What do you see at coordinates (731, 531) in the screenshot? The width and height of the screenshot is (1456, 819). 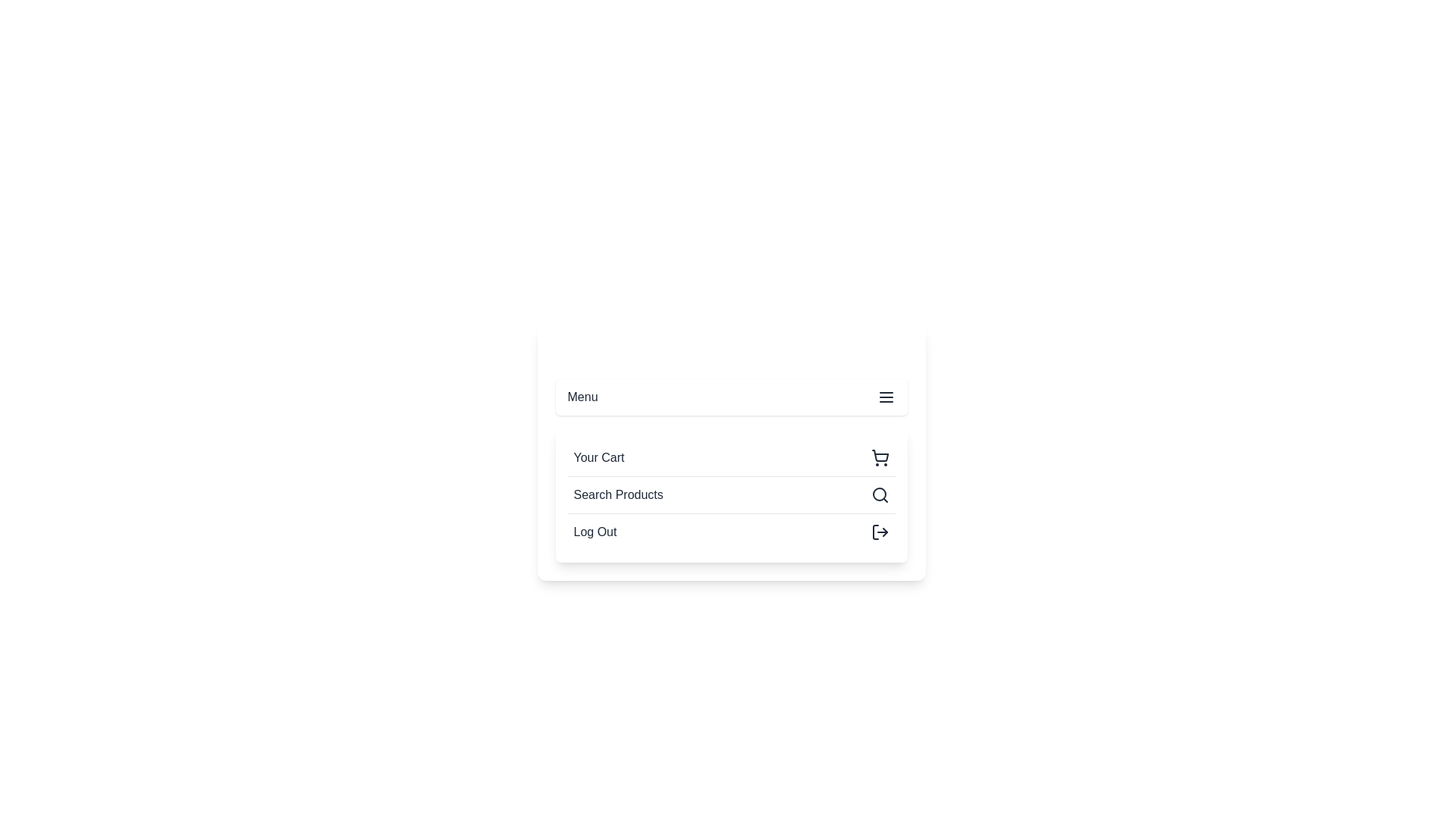 I see `the logout button located at the bottom of the dropdown menu, below 'Your Cart' and 'Search Products'` at bounding box center [731, 531].